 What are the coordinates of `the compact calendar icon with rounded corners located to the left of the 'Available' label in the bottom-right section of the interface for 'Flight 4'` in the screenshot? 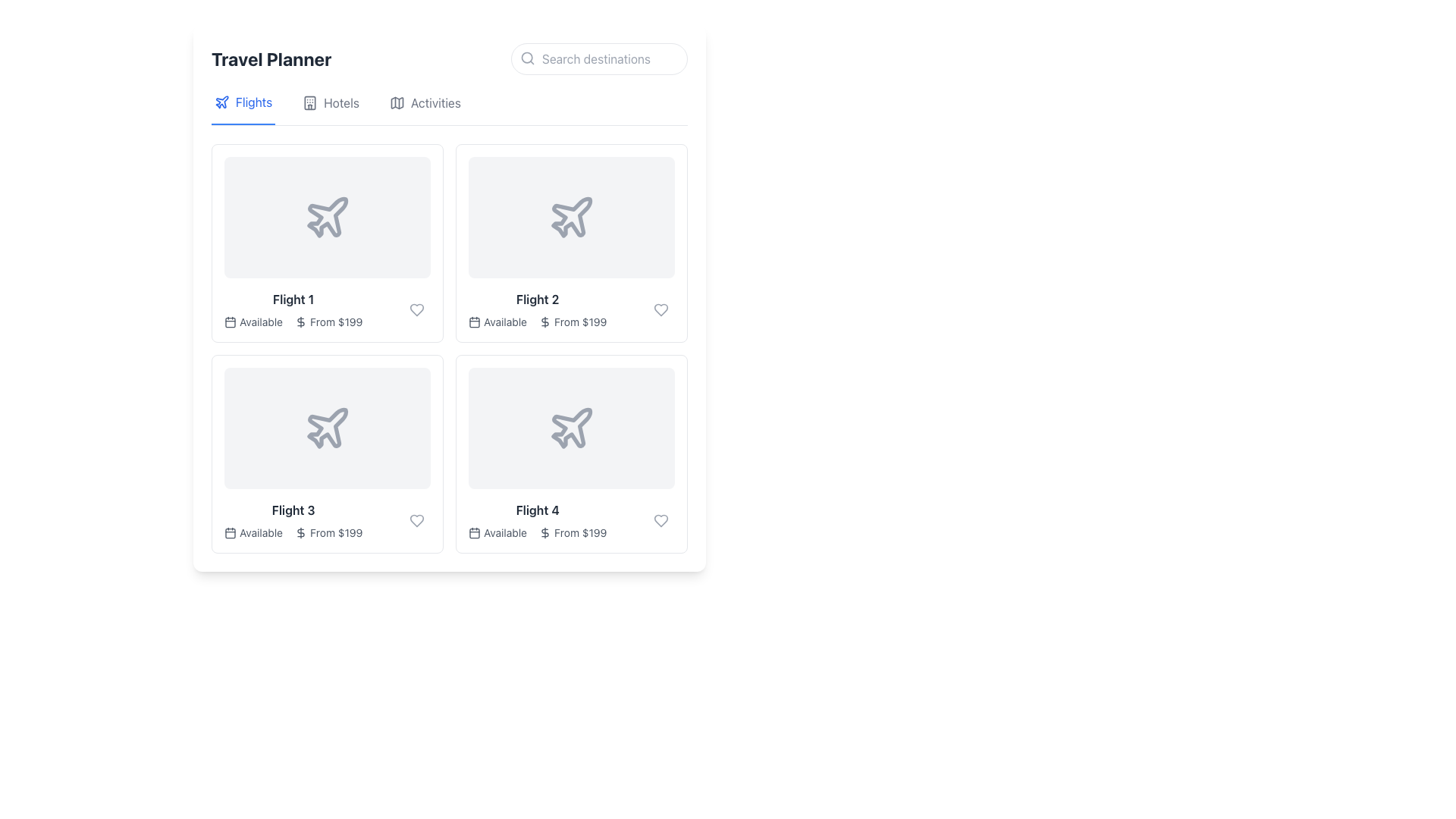 It's located at (473, 532).